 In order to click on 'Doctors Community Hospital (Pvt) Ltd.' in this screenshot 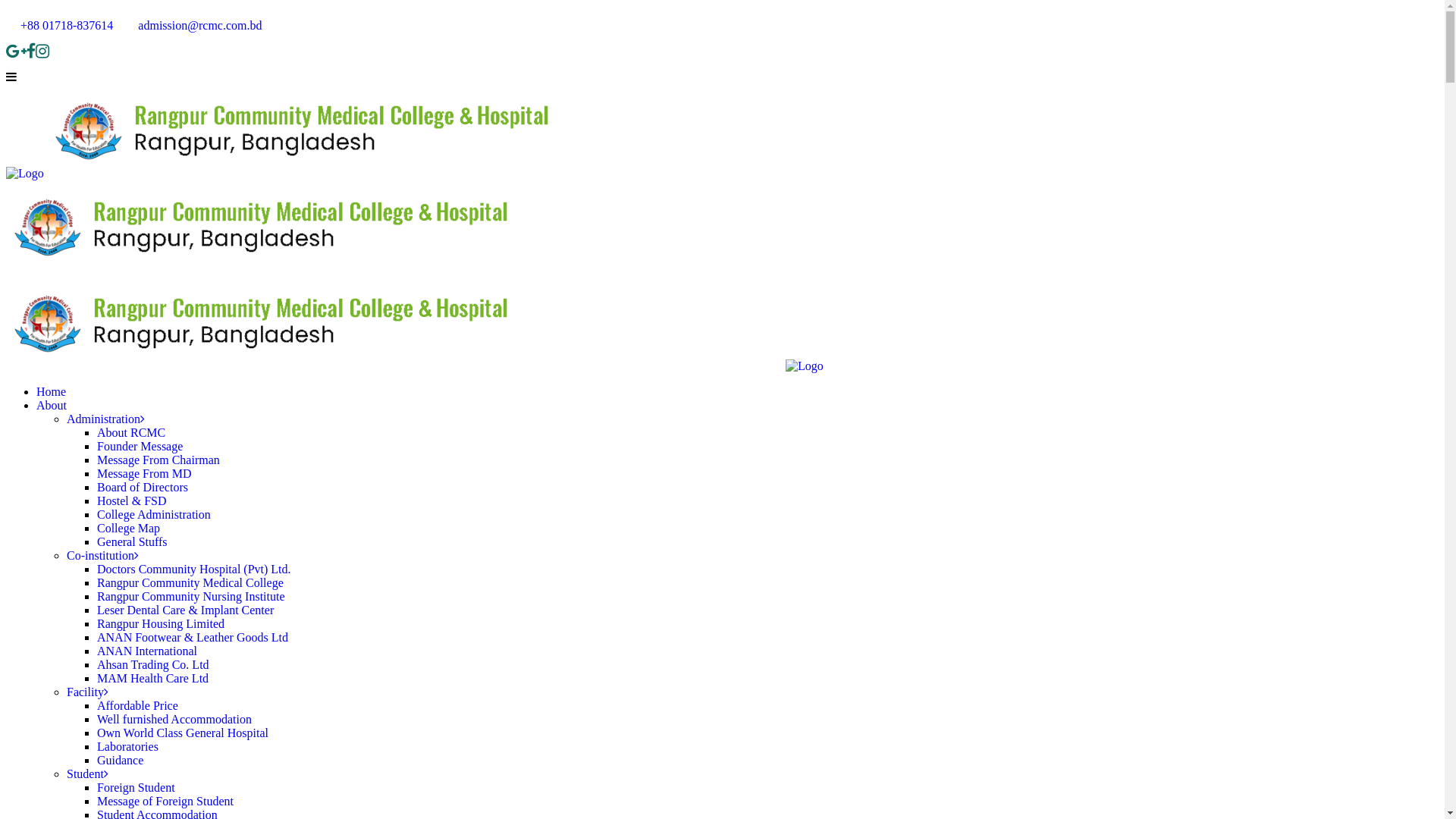, I will do `click(193, 569)`.